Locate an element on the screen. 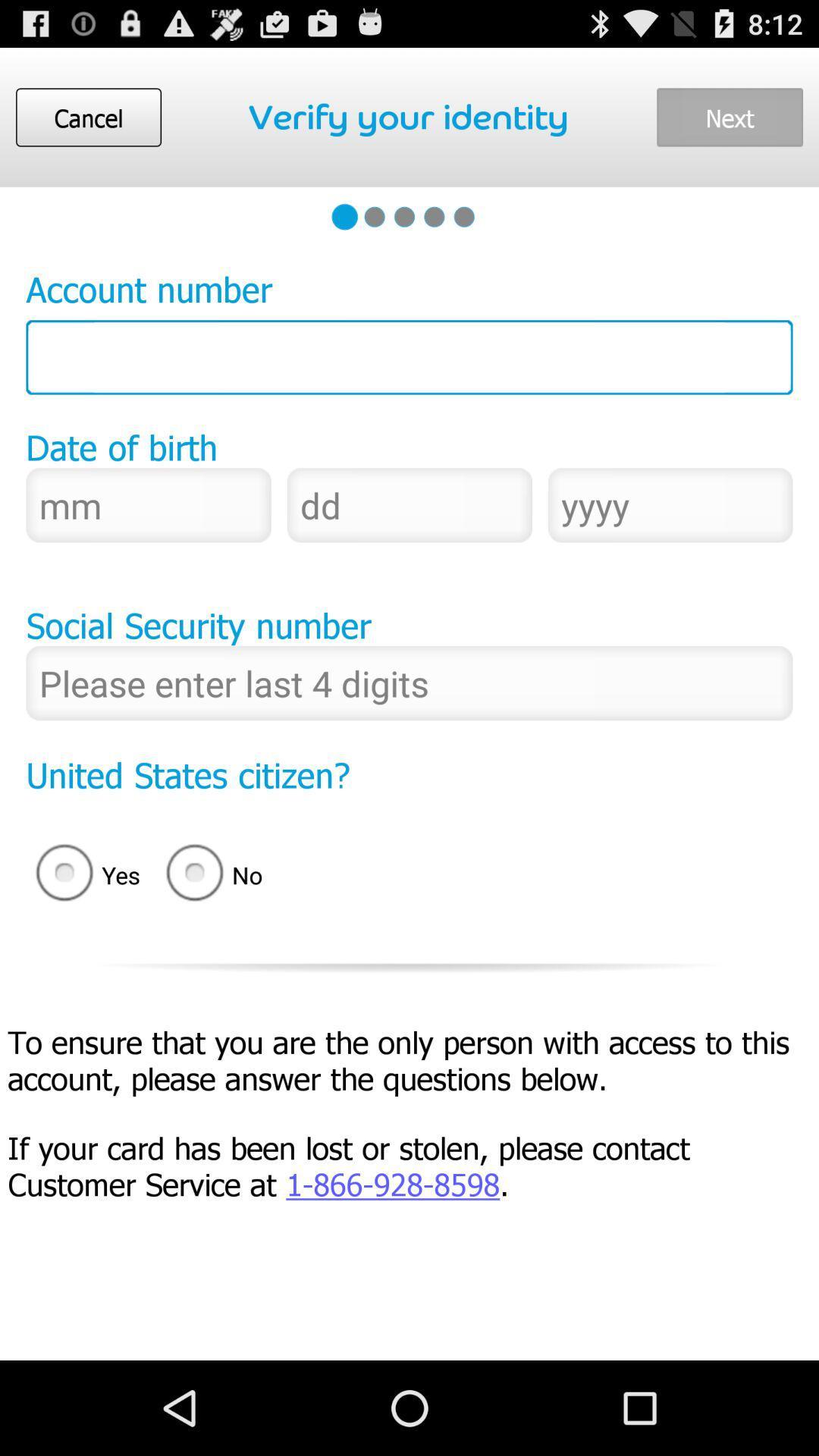  cancel is located at coordinates (88, 116).